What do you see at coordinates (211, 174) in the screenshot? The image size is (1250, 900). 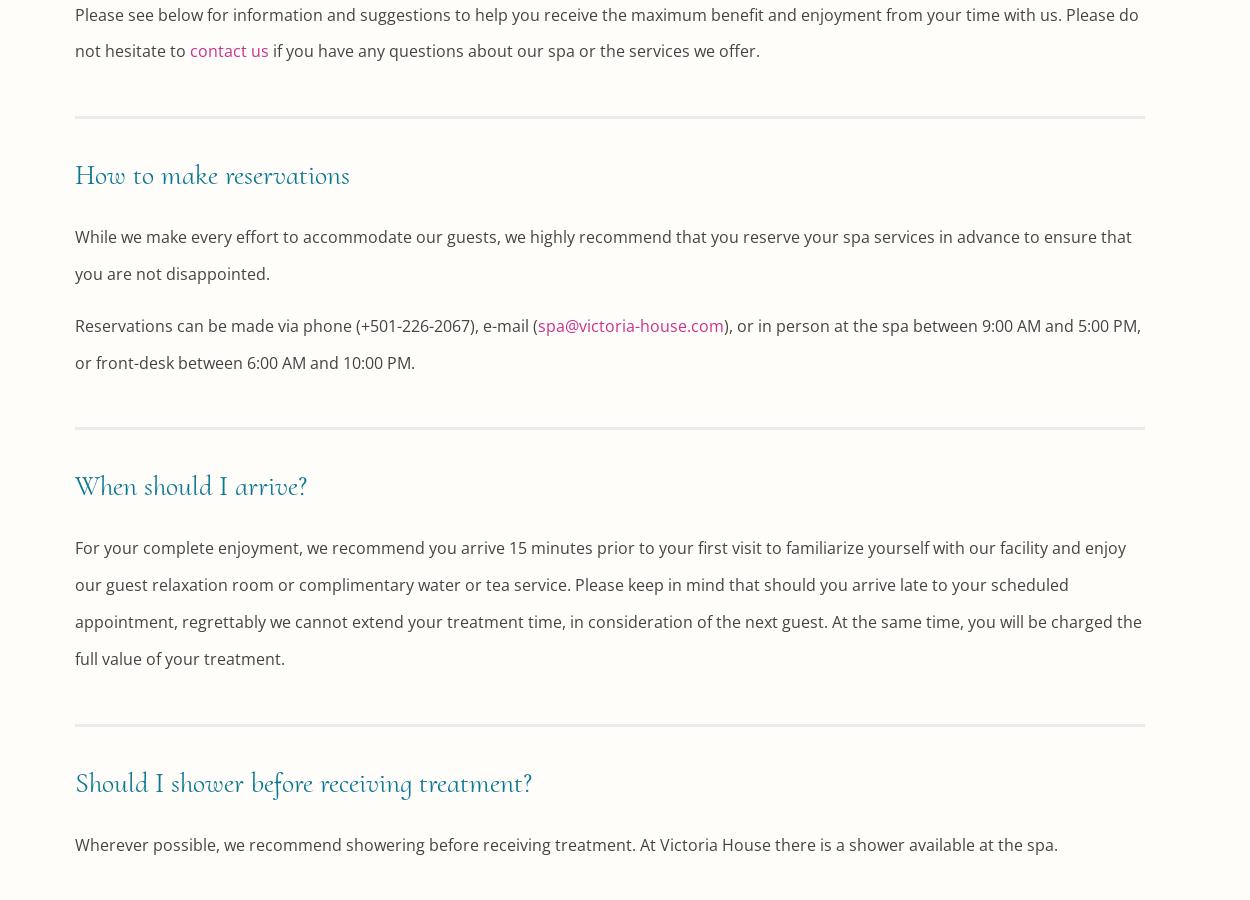 I see `'How to make reservations'` at bounding box center [211, 174].